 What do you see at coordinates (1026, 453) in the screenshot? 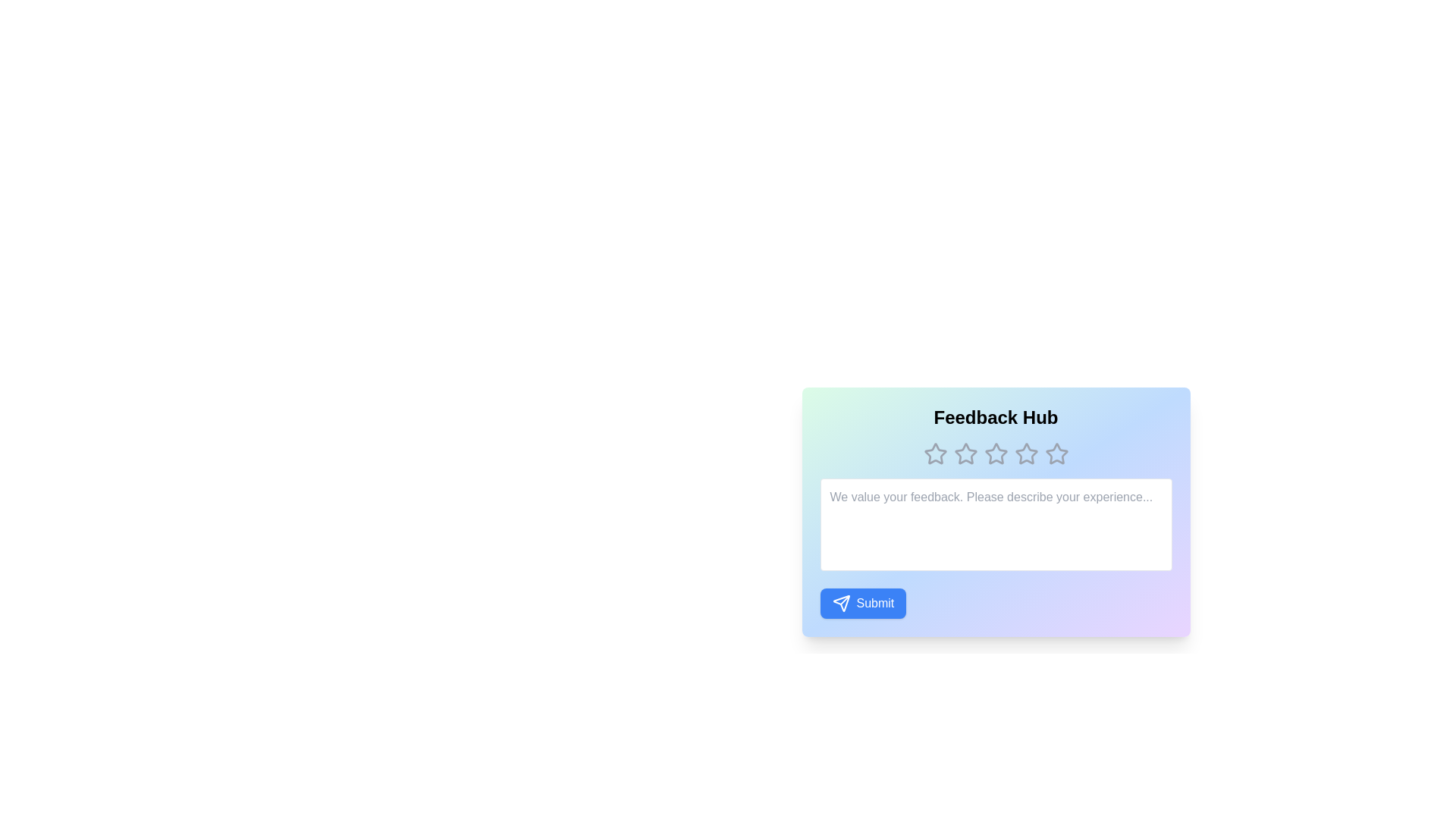
I see `the star corresponding to 4 to preview selection` at bounding box center [1026, 453].